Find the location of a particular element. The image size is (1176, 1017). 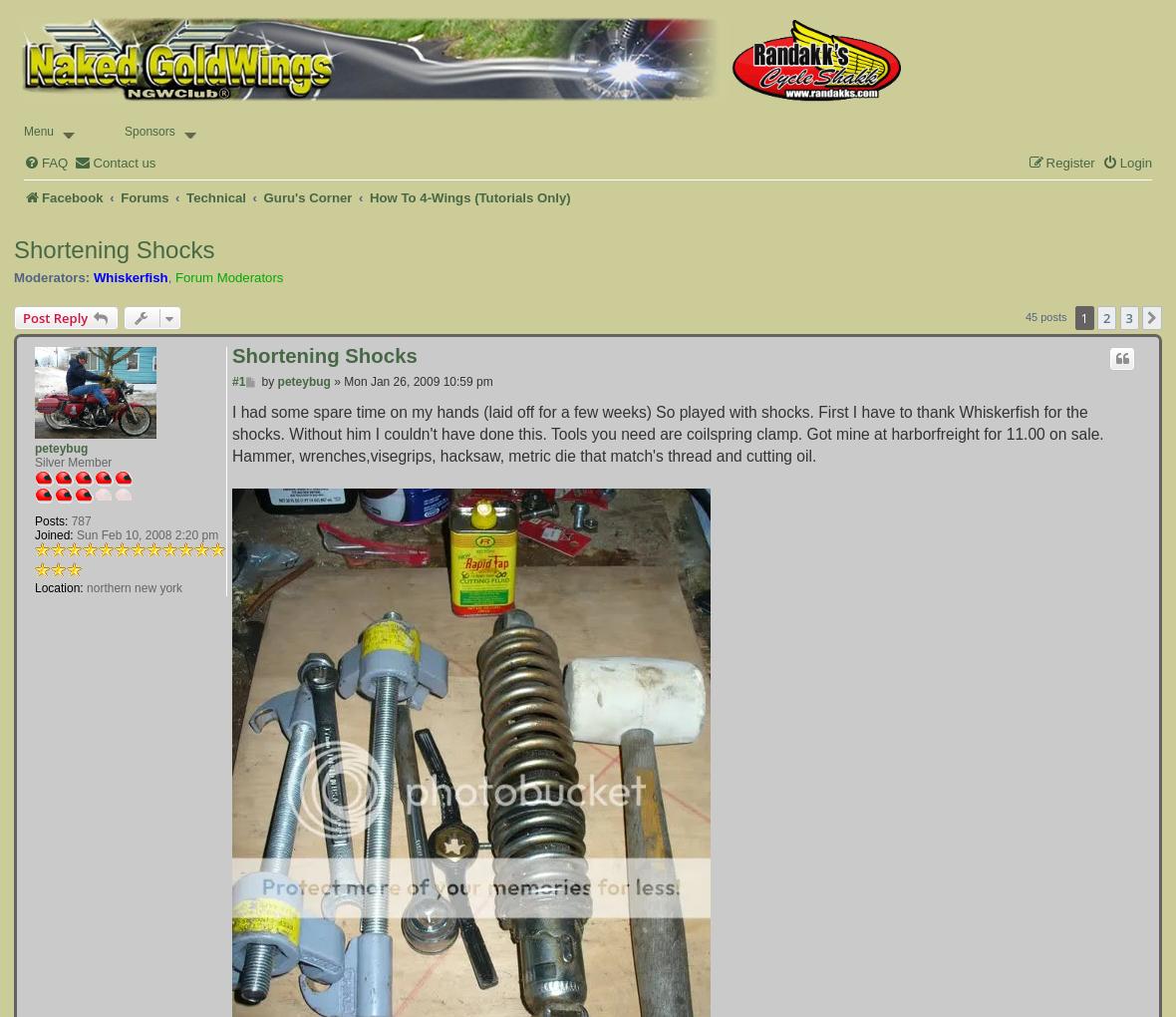

'Posts:' is located at coordinates (50, 519).